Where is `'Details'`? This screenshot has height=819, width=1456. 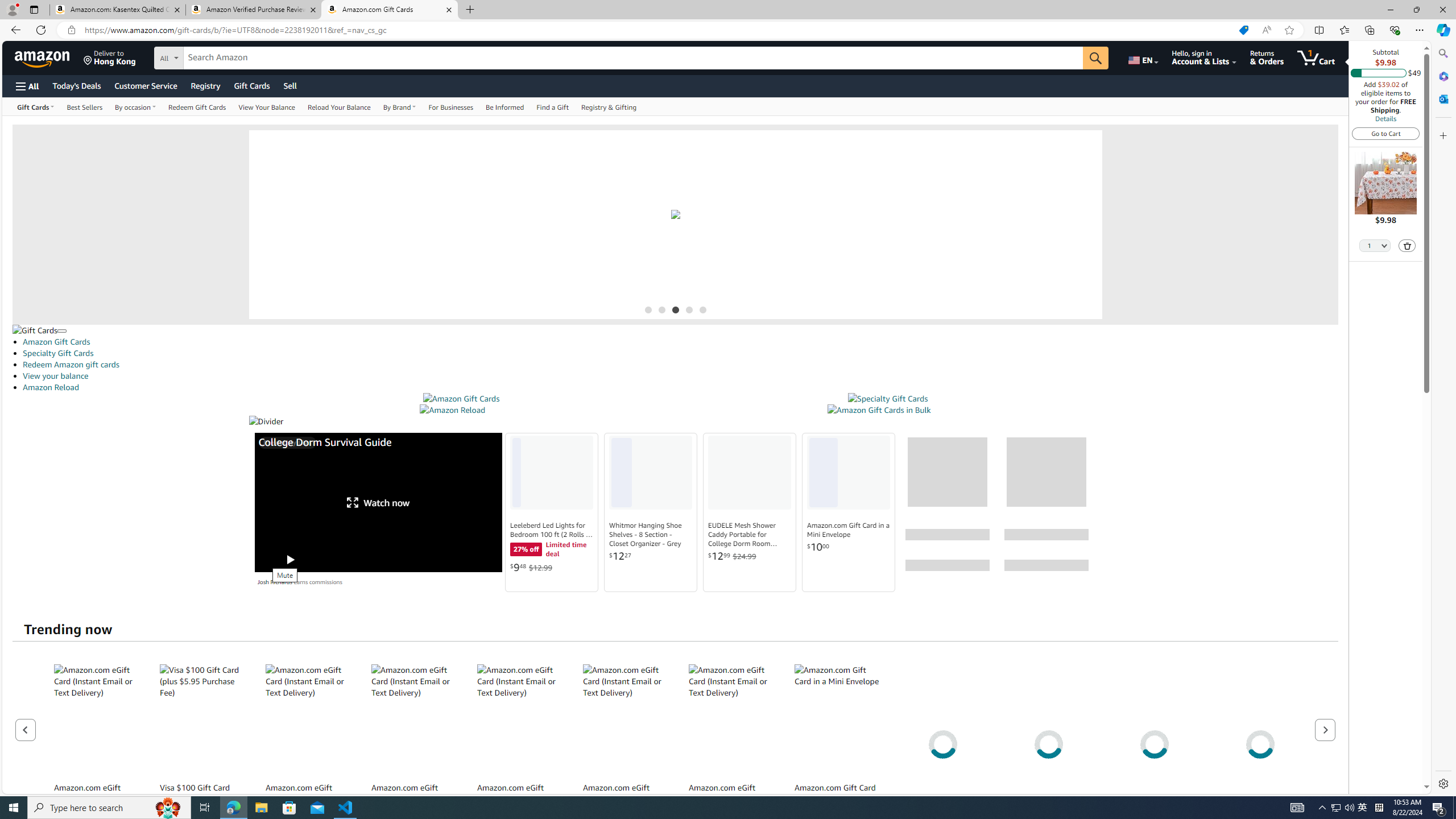 'Details' is located at coordinates (1384, 118).